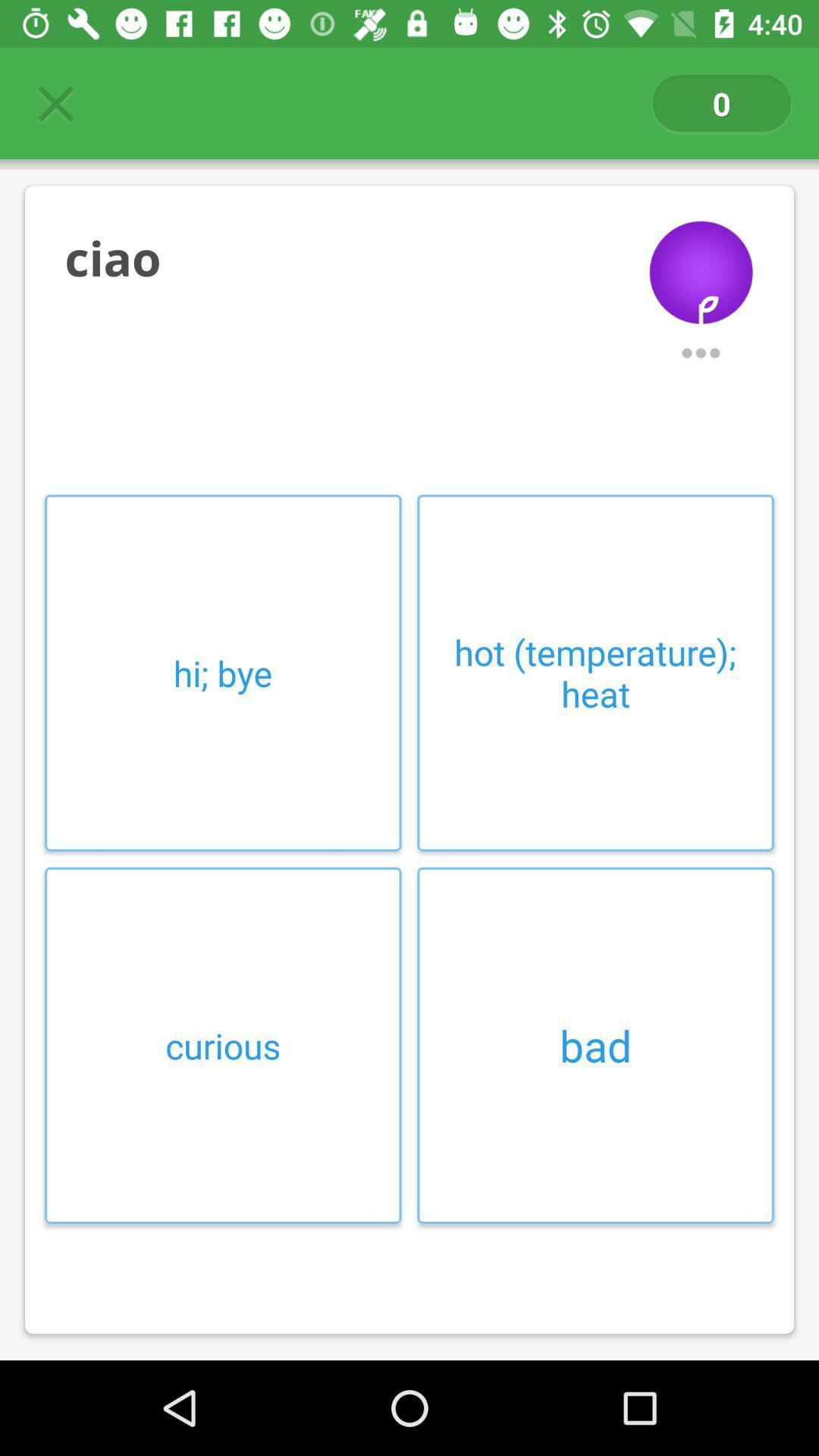 The height and width of the screenshot is (1456, 819). Describe the element at coordinates (223, 1044) in the screenshot. I see `curious` at that location.